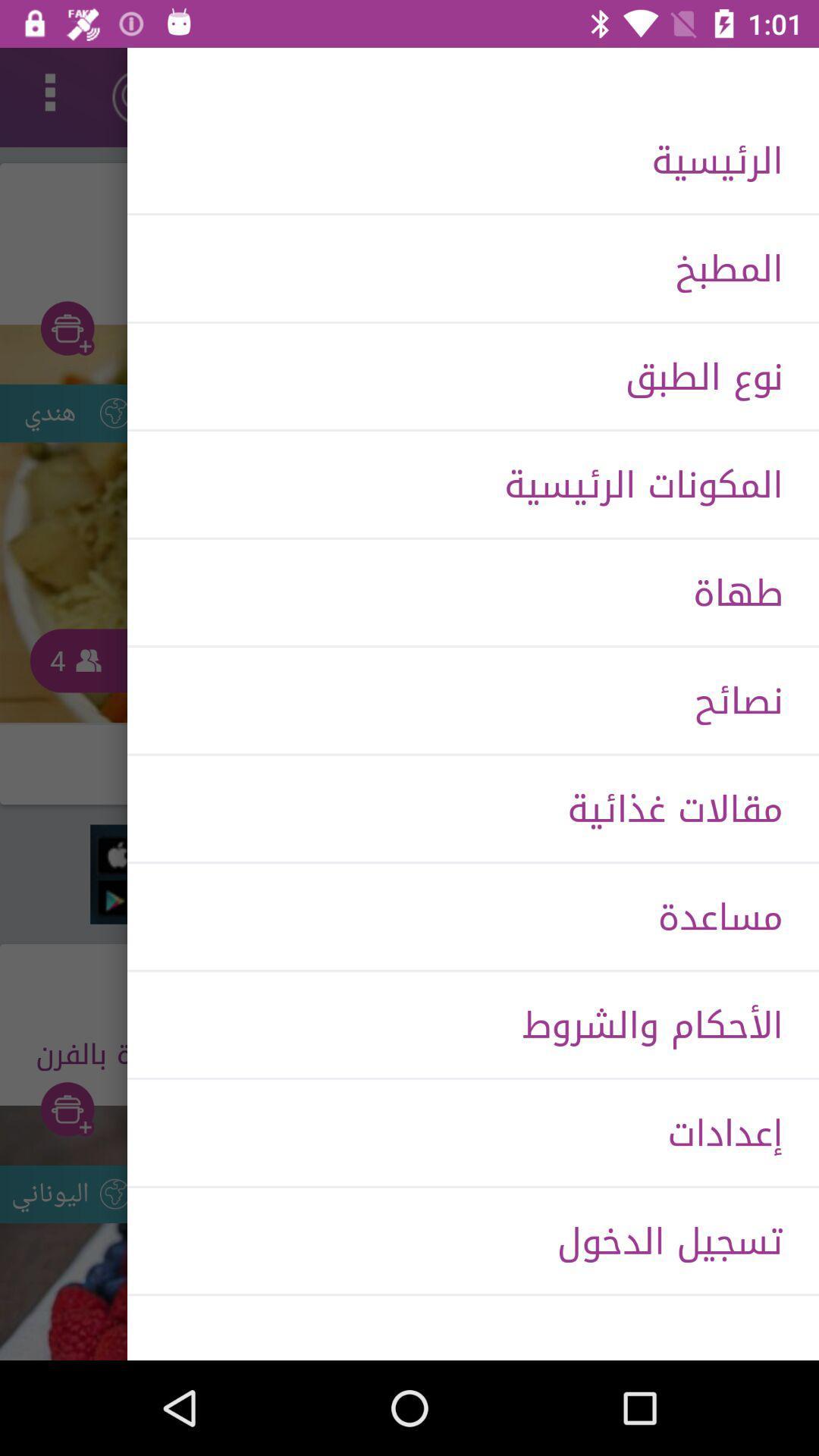  I want to click on the more icon, so click(49, 96).